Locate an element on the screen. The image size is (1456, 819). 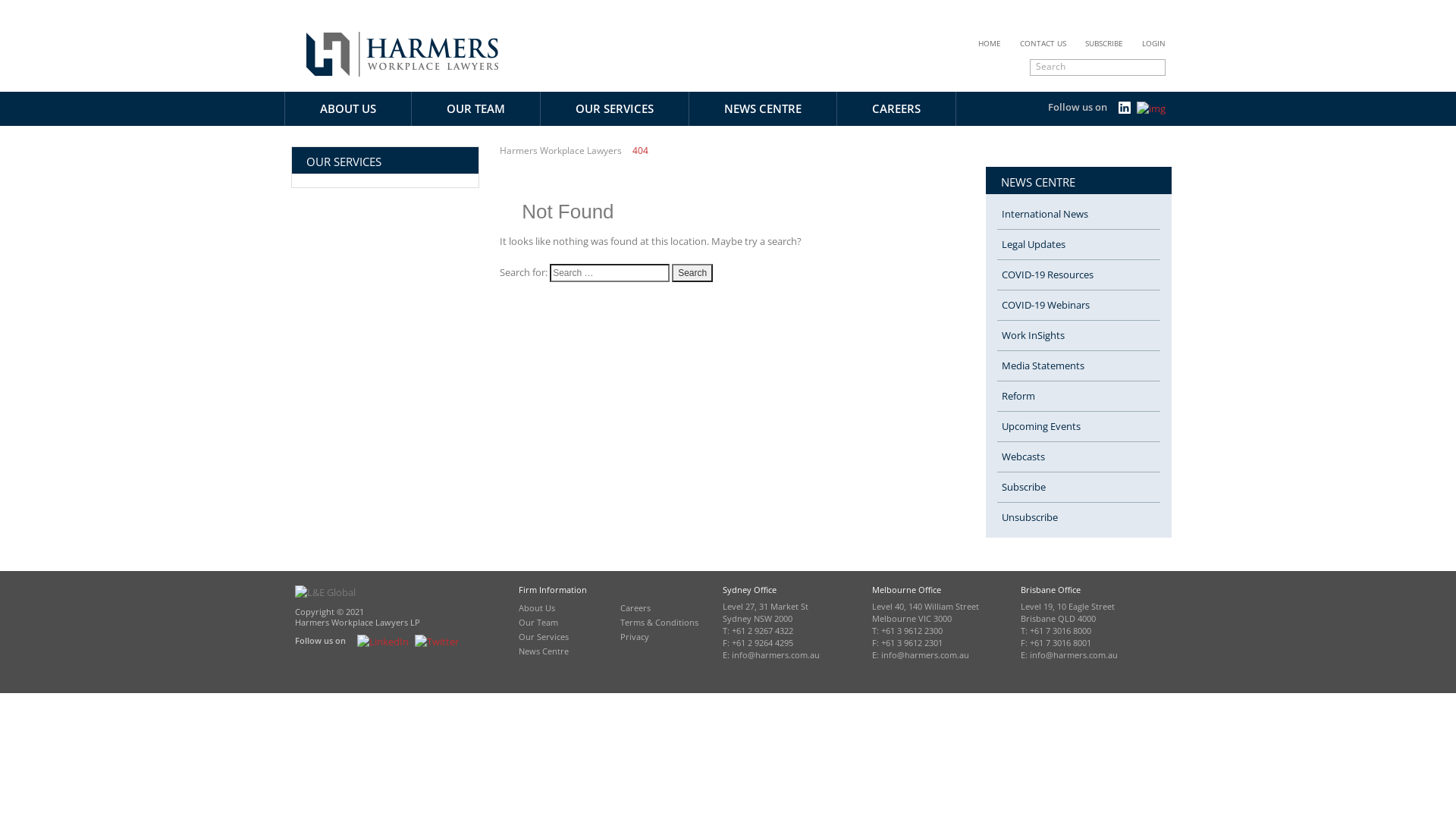
'ABOUT US' is located at coordinates (347, 108).